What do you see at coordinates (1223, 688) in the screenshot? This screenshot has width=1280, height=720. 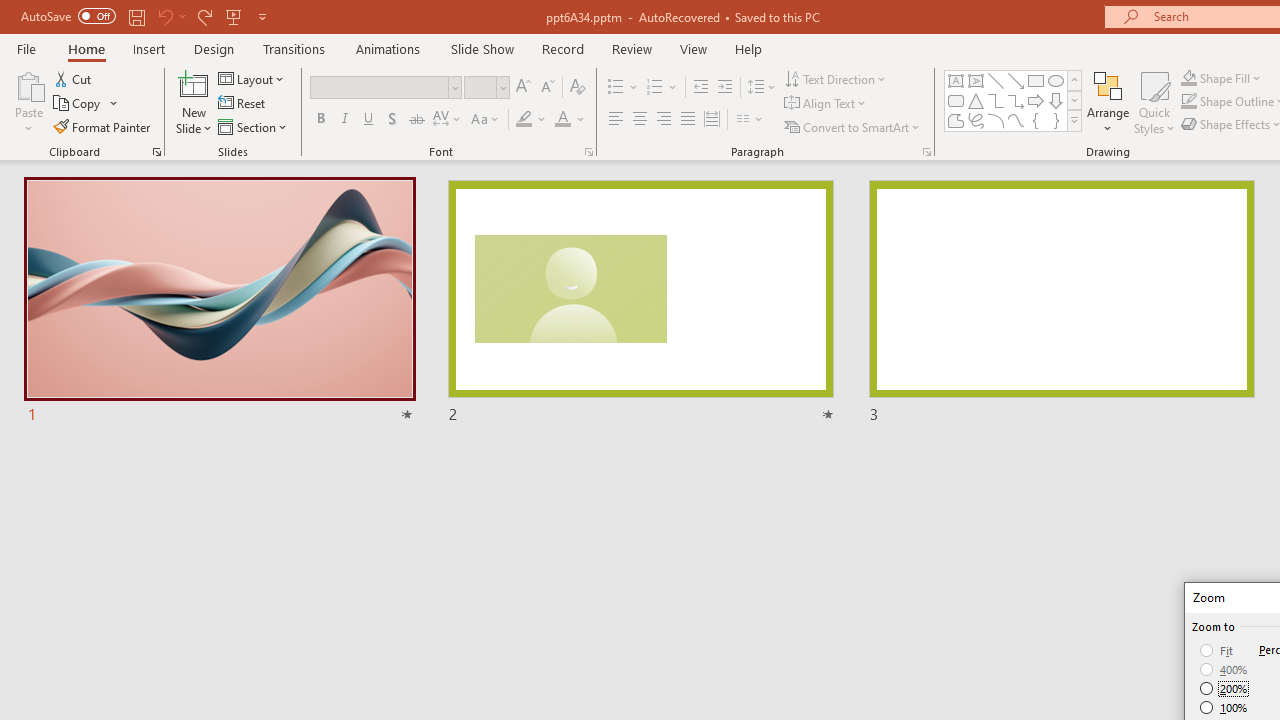 I see `'200%'` at bounding box center [1223, 688].